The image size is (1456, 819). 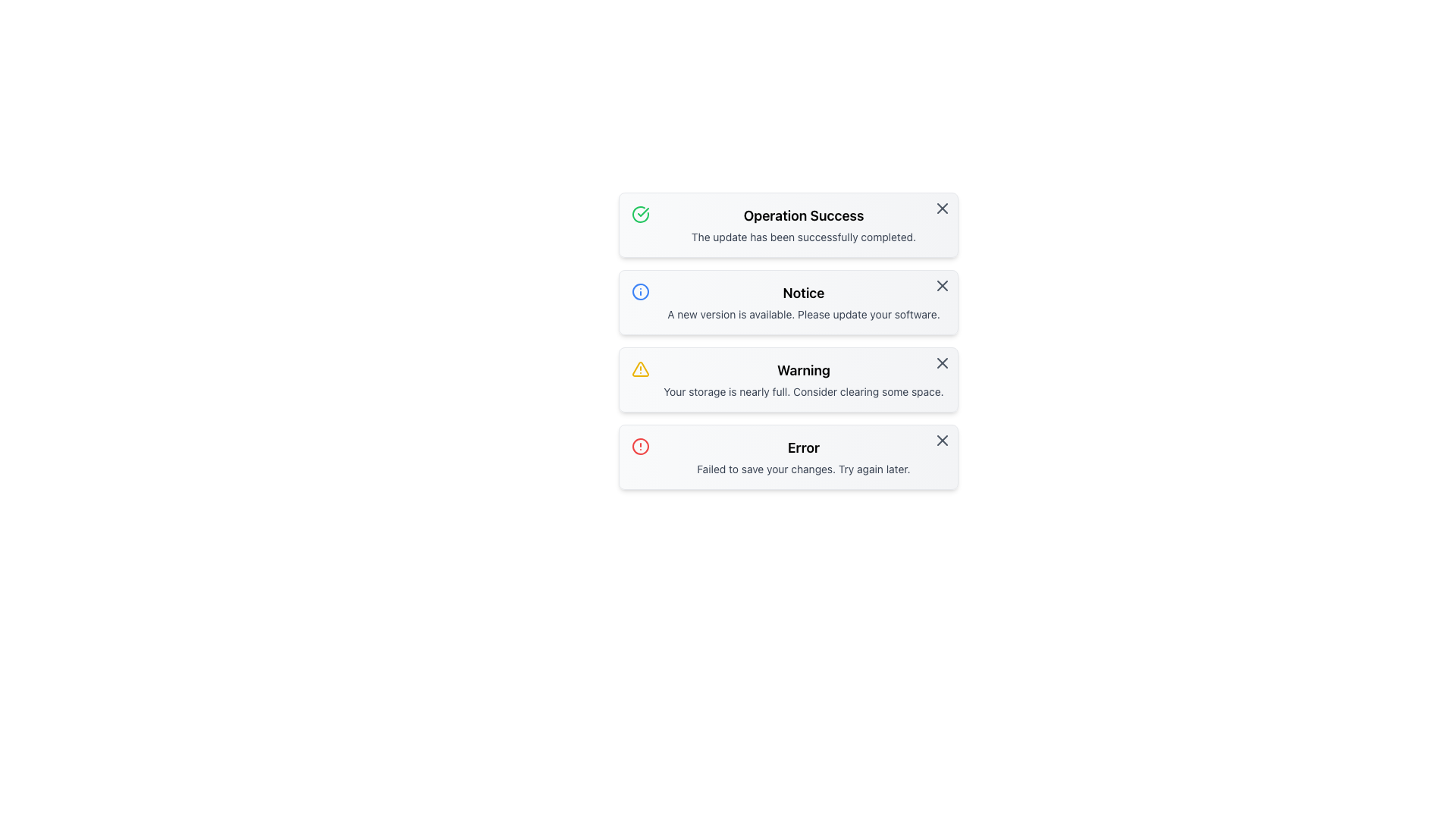 What do you see at coordinates (942, 286) in the screenshot?
I see `the close button located at the top-right corner of the 'Notice' card` at bounding box center [942, 286].